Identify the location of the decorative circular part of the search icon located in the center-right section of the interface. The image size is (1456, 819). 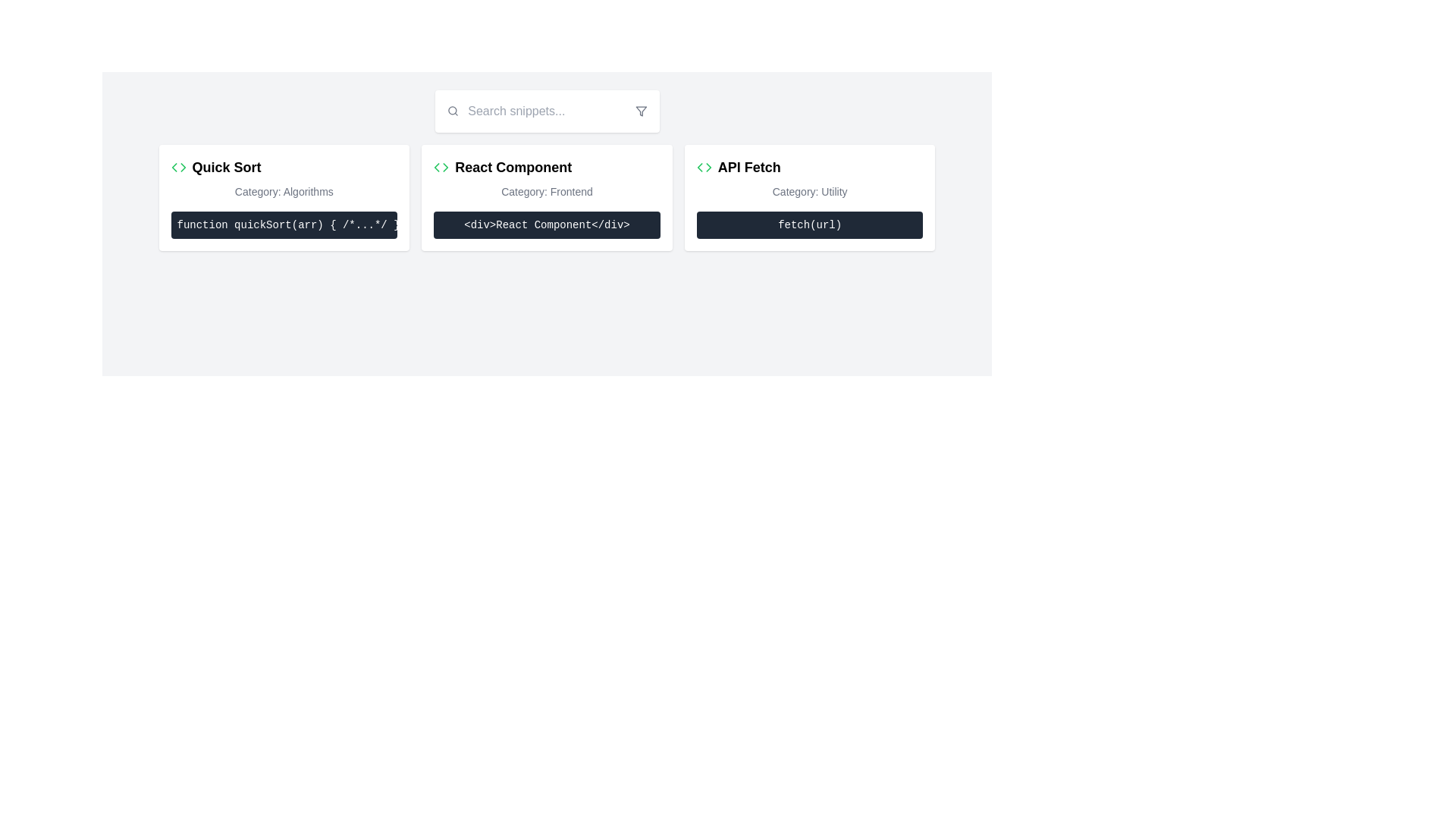
(451, 110).